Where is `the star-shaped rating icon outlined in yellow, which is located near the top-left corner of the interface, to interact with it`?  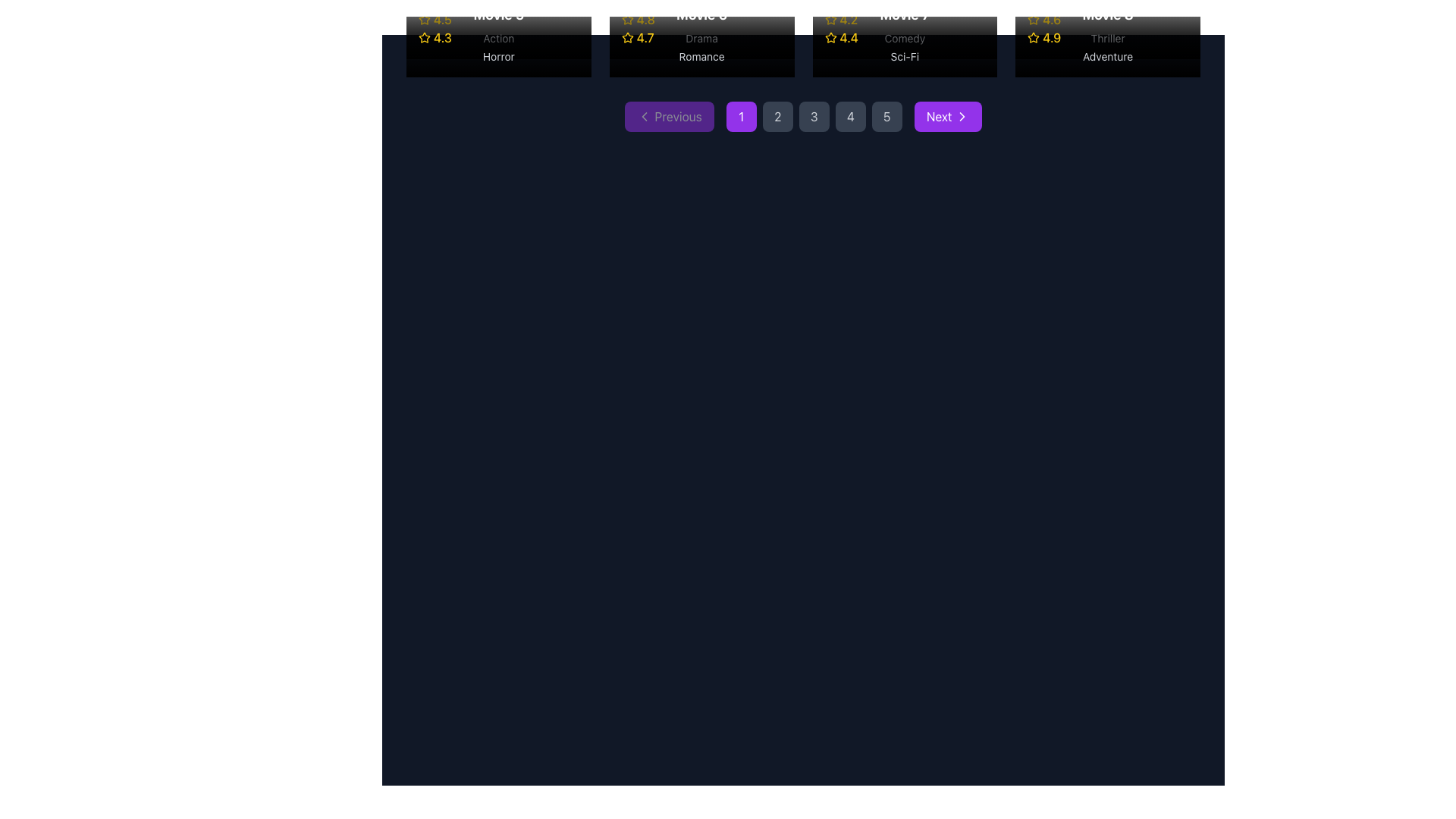 the star-shaped rating icon outlined in yellow, which is located near the top-left corner of the interface, to interact with it is located at coordinates (425, 36).